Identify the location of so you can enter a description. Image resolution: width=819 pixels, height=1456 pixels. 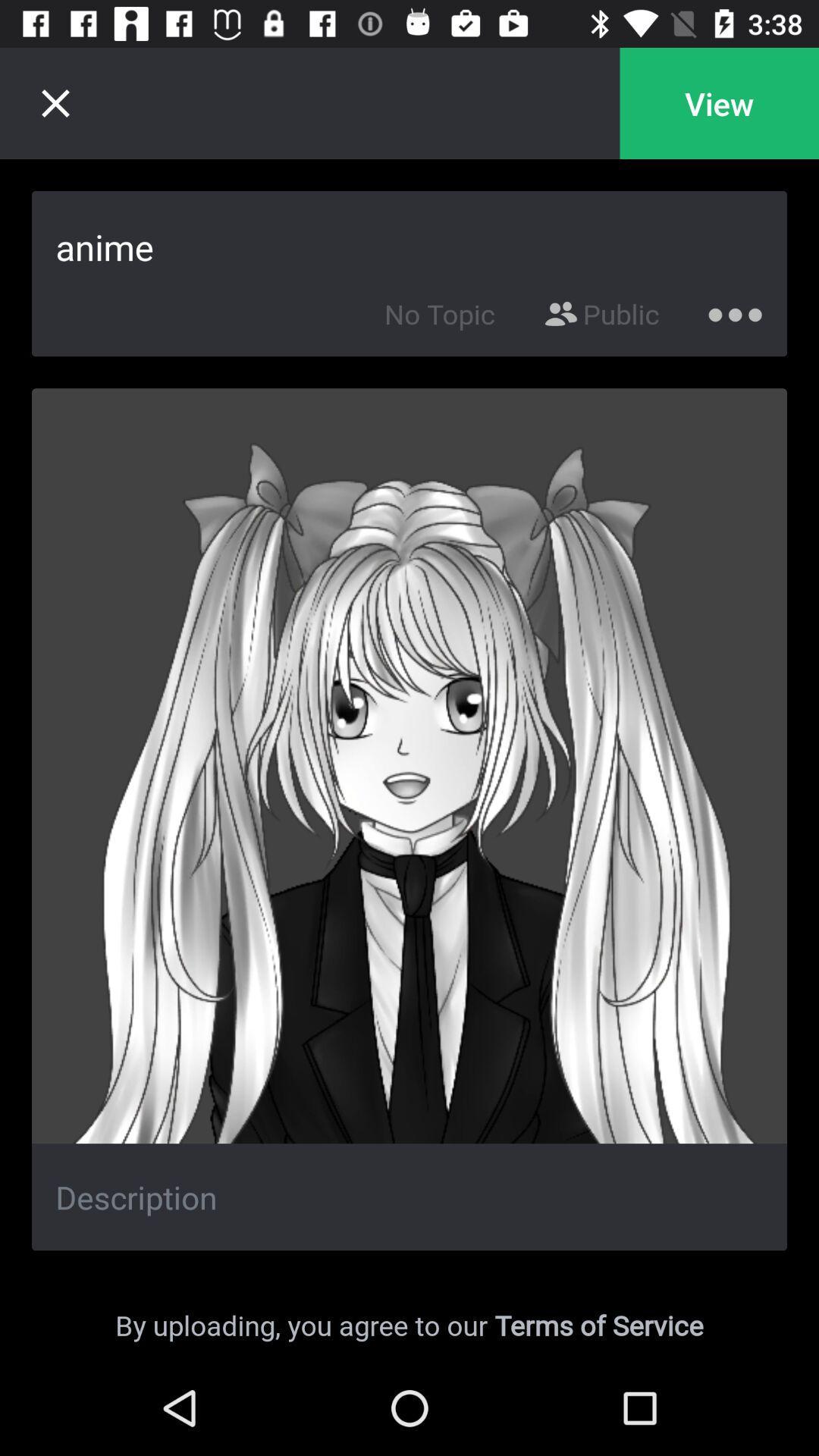
(409, 1196).